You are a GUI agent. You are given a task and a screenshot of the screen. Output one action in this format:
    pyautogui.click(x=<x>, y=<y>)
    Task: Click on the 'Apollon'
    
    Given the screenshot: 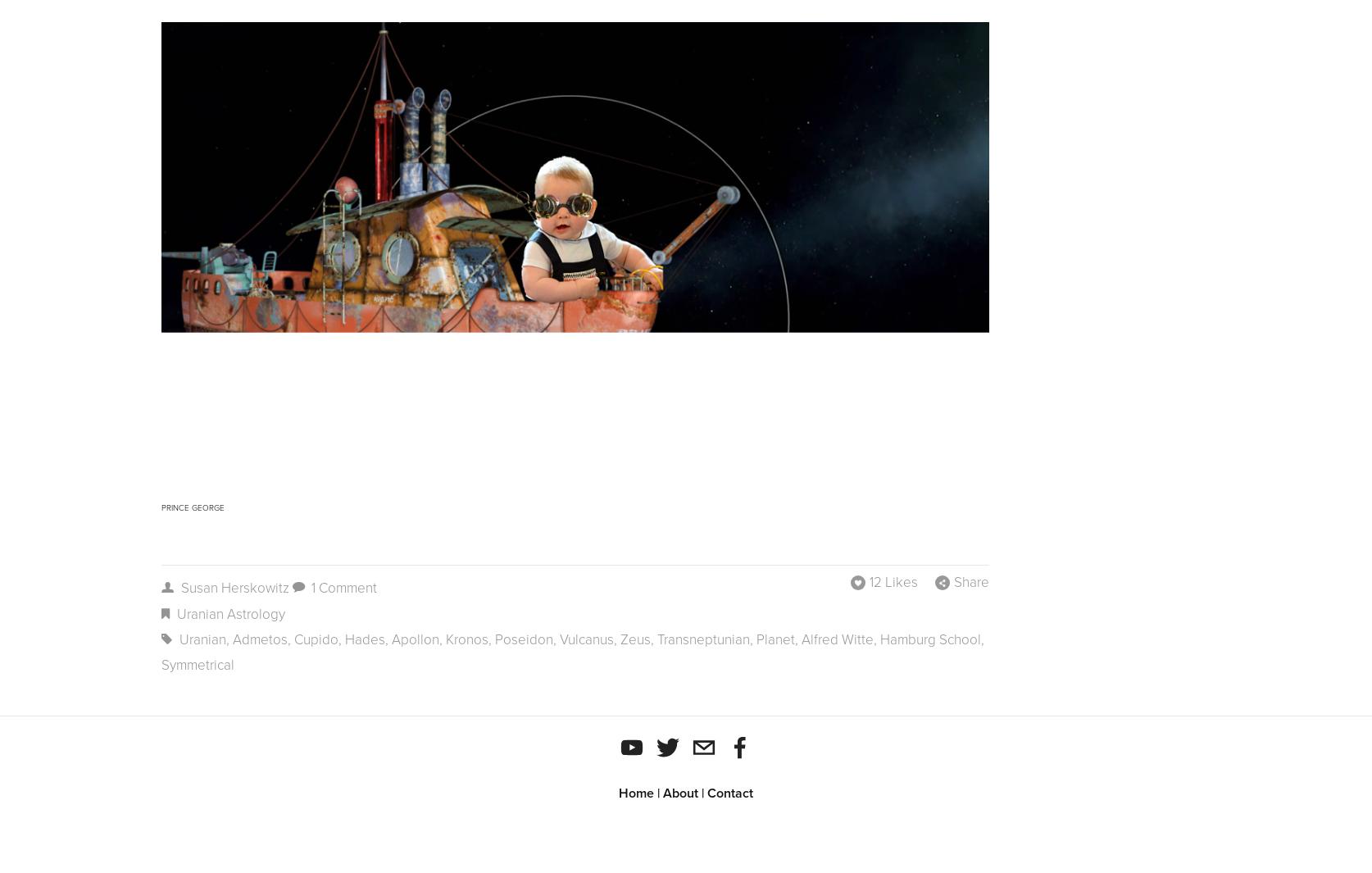 What is the action you would take?
    pyautogui.click(x=414, y=639)
    